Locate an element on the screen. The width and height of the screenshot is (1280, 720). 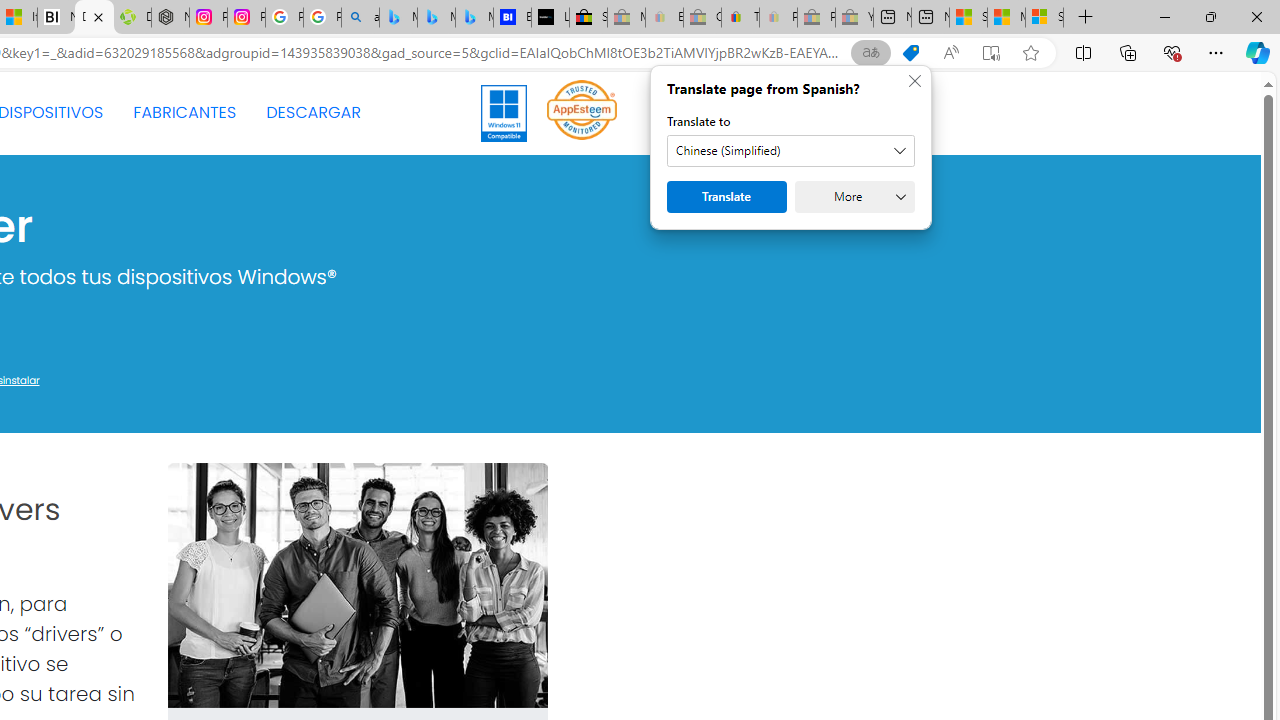
'FABRICANTES' is located at coordinates (184, 113).